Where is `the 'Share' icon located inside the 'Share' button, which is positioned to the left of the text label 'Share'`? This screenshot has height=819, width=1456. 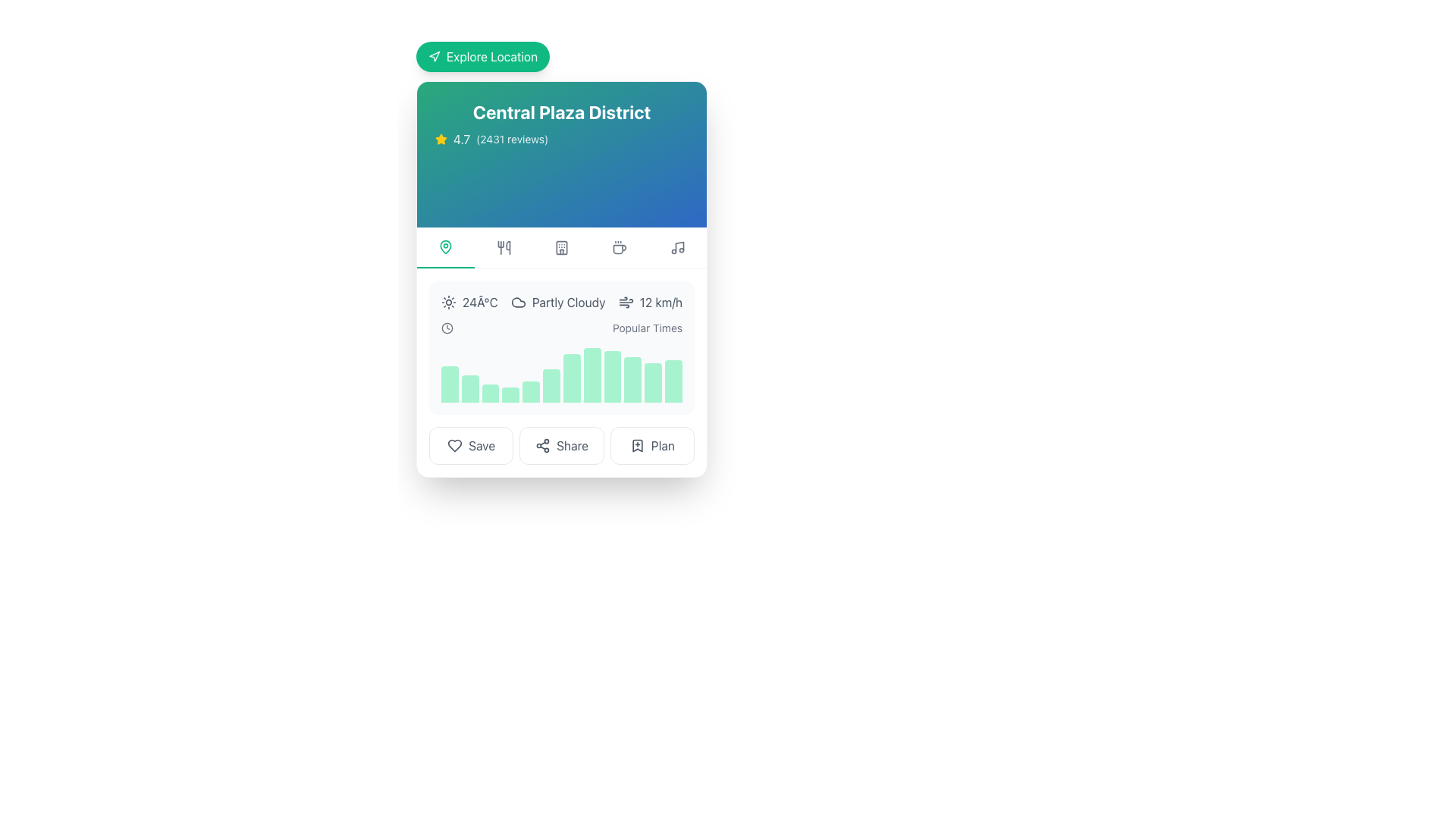
the 'Share' icon located inside the 'Share' button, which is positioned to the left of the text label 'Share' is located at coordinates (542, 444).